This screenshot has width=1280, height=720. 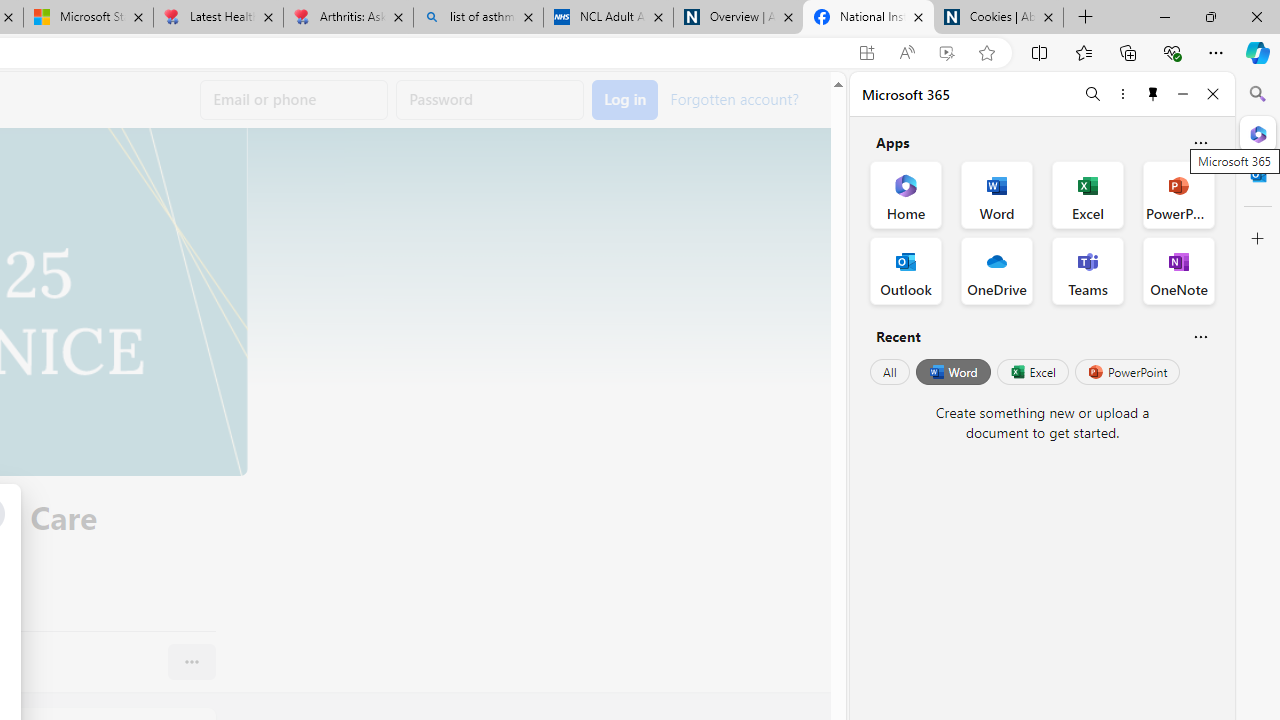 What do you see at coordinates (607, 17) in the screenshot?
I see `'NCL Adult Asthma Inhaler Choice Guideline'` at bounding box center [607, 17].